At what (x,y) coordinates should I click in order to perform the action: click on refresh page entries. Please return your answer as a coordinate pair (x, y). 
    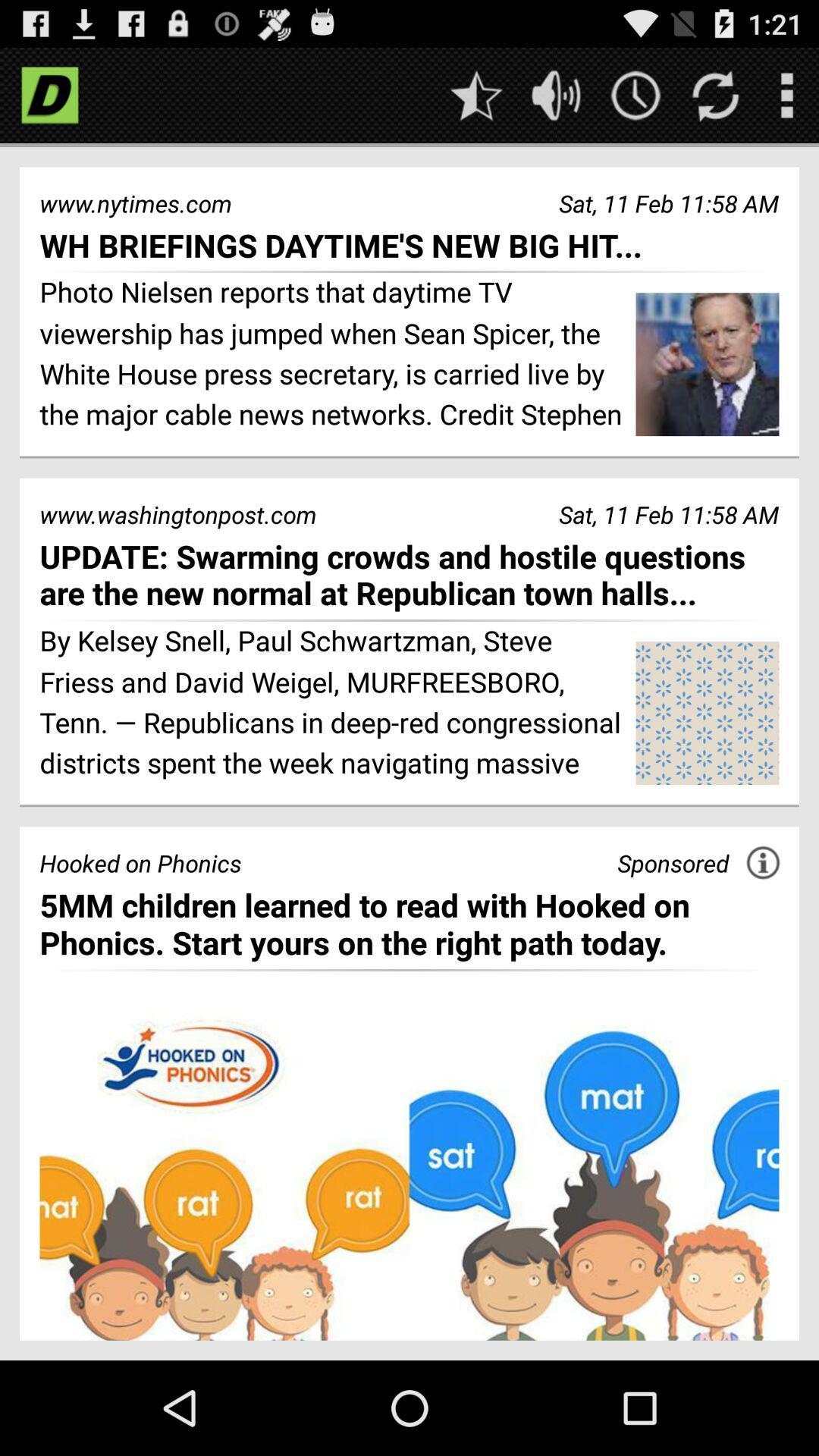
    Looking at the image, I should click on (715, 94).